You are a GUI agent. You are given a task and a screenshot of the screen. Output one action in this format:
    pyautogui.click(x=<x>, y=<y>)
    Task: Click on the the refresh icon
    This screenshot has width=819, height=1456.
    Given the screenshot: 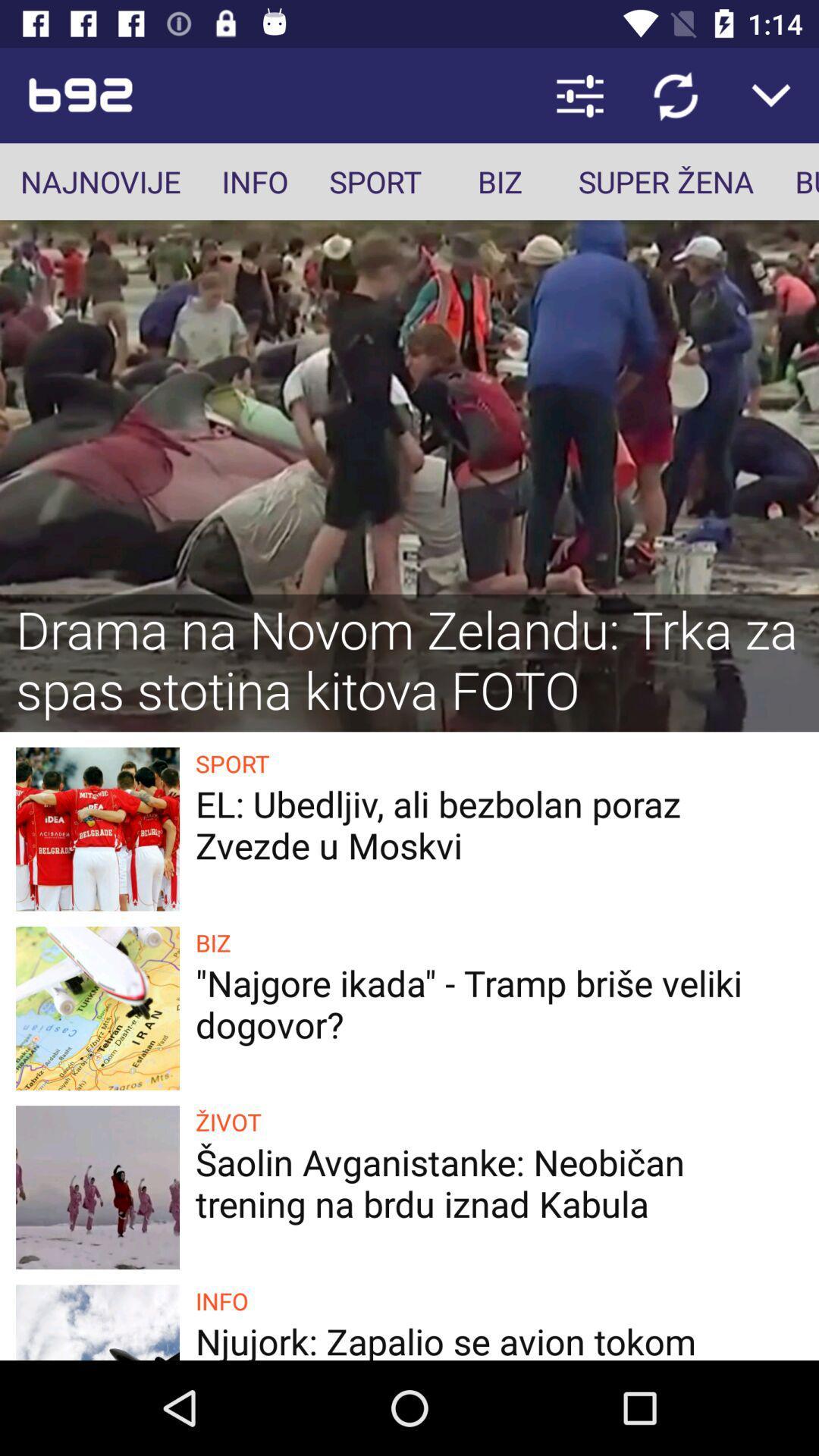 What is the action you would take?
    pyautogui.click(x=675, y=94)
    